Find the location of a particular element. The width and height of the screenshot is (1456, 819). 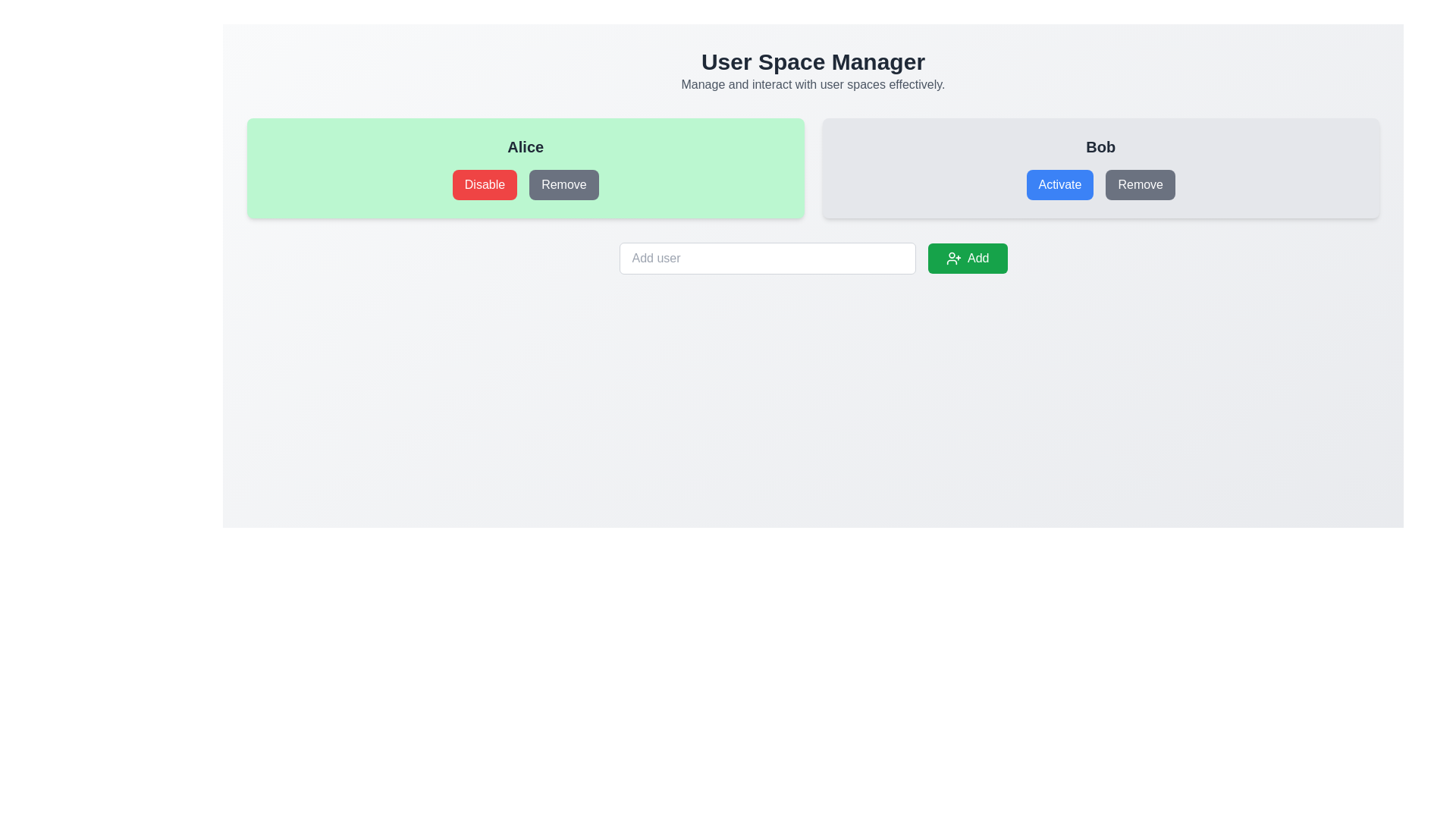

the 'Remove' button on the card for user 'Alice', which is located in the first column of the layout and has a gray background is located at coordinates (526, 168).